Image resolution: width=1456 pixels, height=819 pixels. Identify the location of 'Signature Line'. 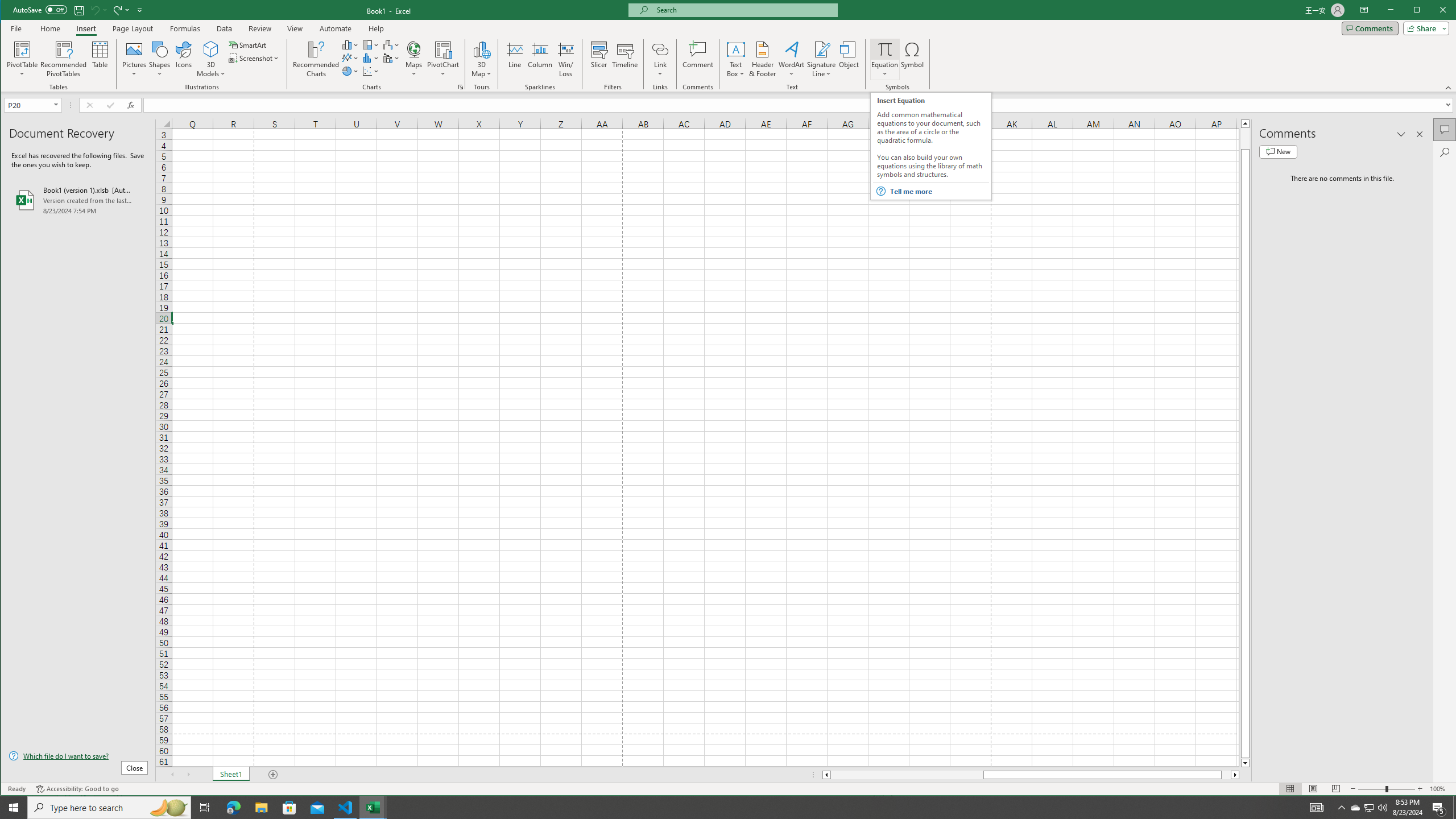
(821, 59).